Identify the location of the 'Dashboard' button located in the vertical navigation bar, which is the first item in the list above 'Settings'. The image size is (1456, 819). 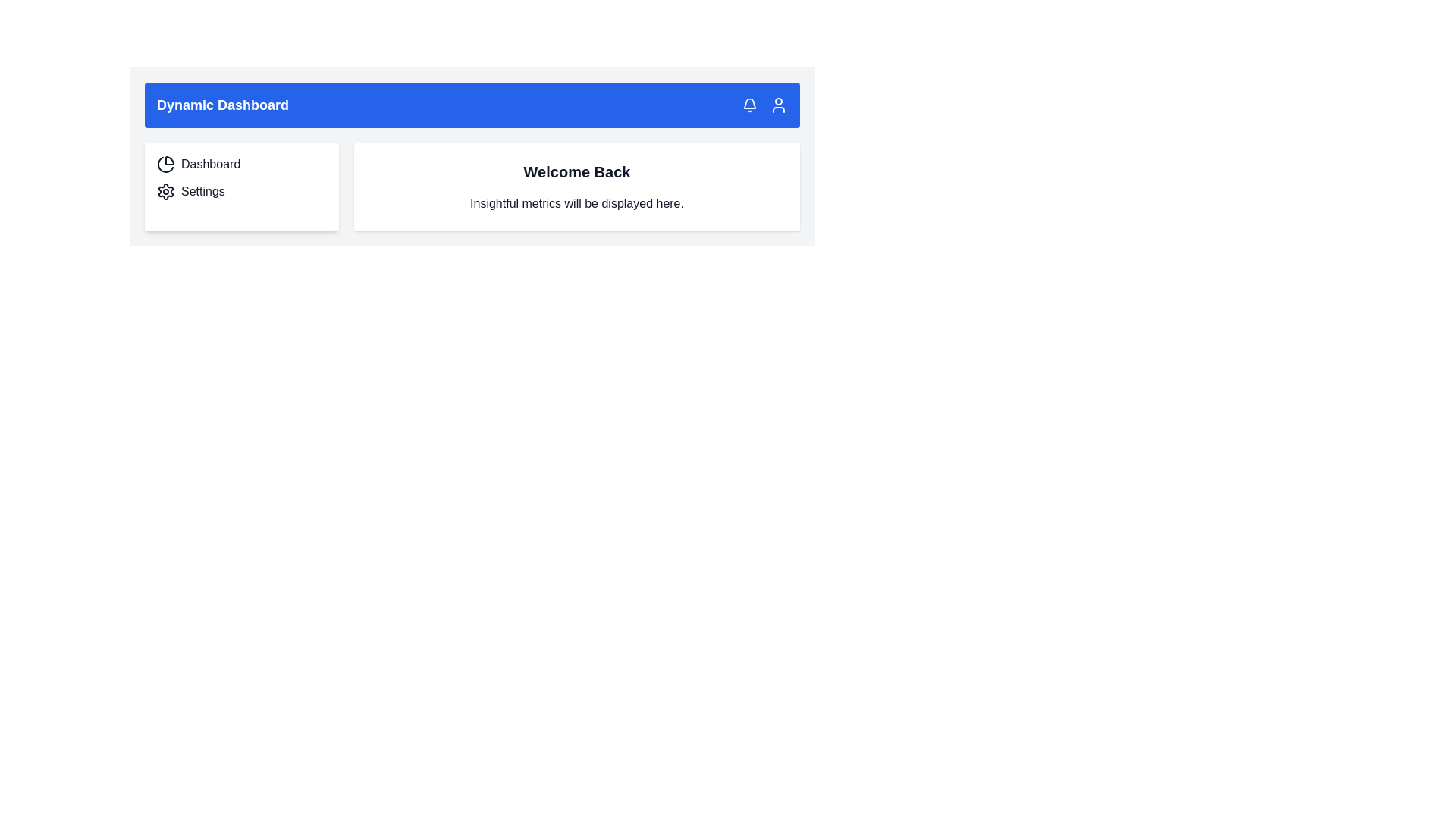
(240, 164).